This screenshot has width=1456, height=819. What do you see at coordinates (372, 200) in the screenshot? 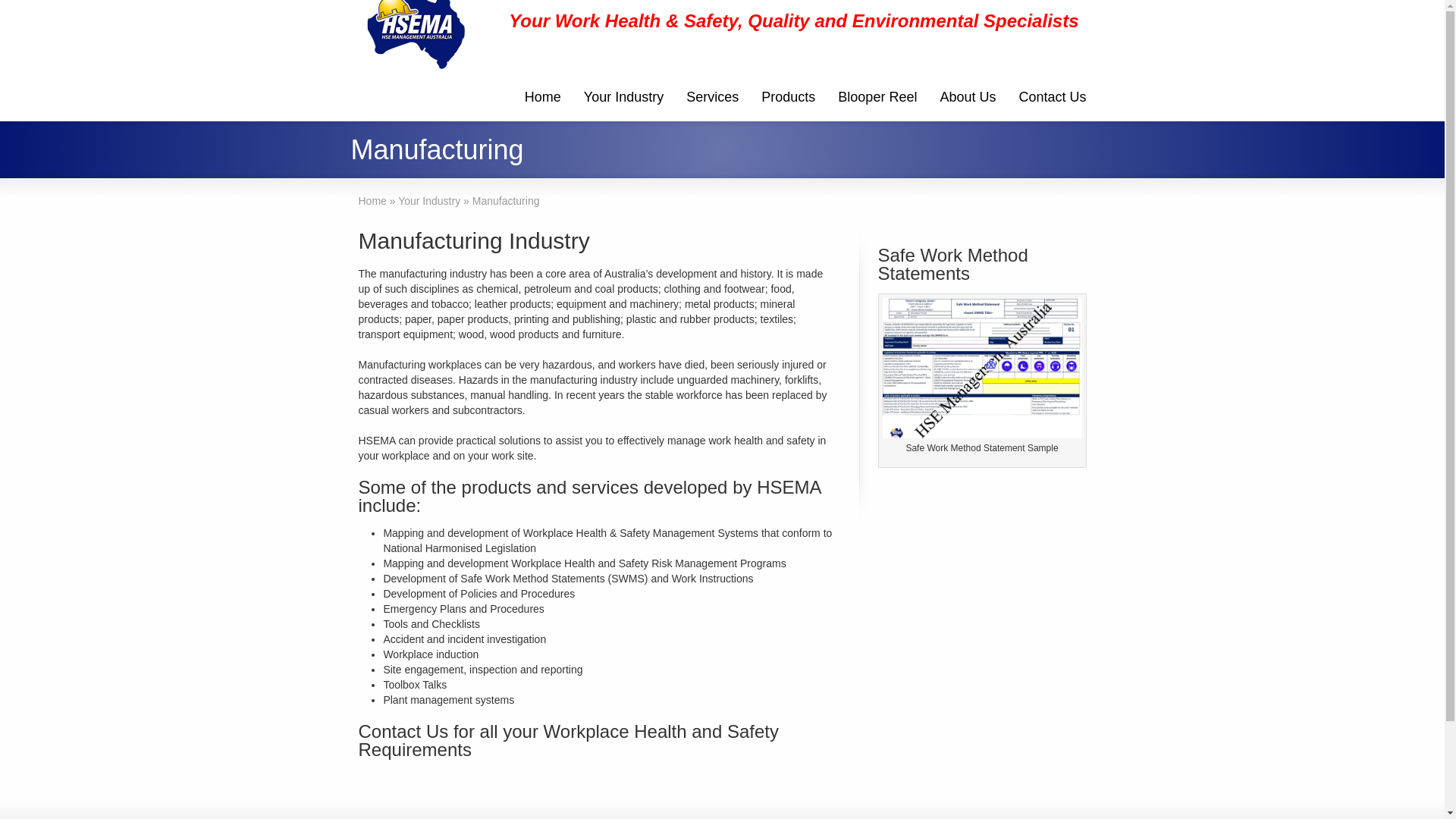
I see `'Home'` at bounding box center [372, 200].